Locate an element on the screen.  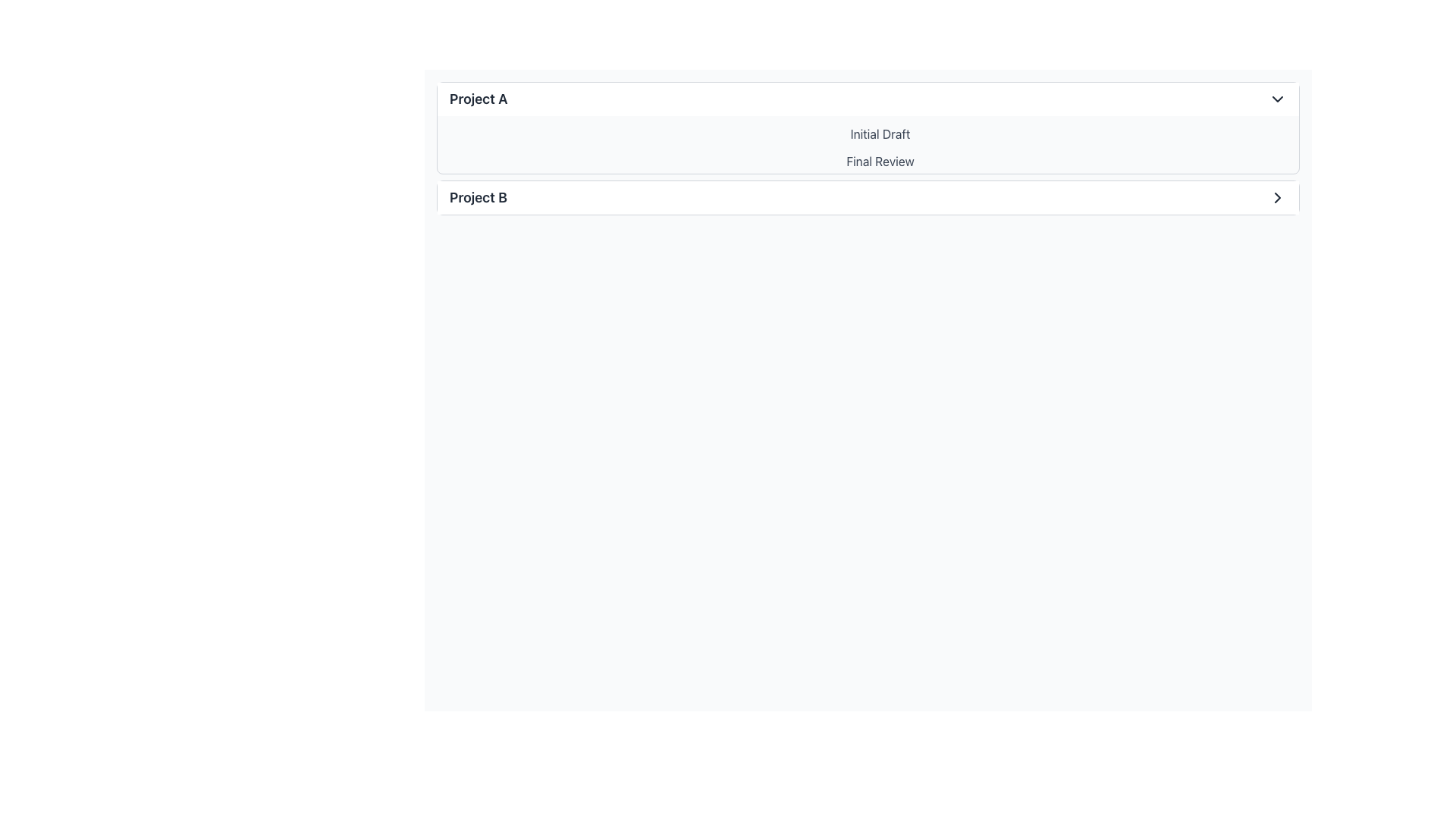
the Chevron toggle icon located to the right of the text 'Project A' is located at coordinates (1276, 99).